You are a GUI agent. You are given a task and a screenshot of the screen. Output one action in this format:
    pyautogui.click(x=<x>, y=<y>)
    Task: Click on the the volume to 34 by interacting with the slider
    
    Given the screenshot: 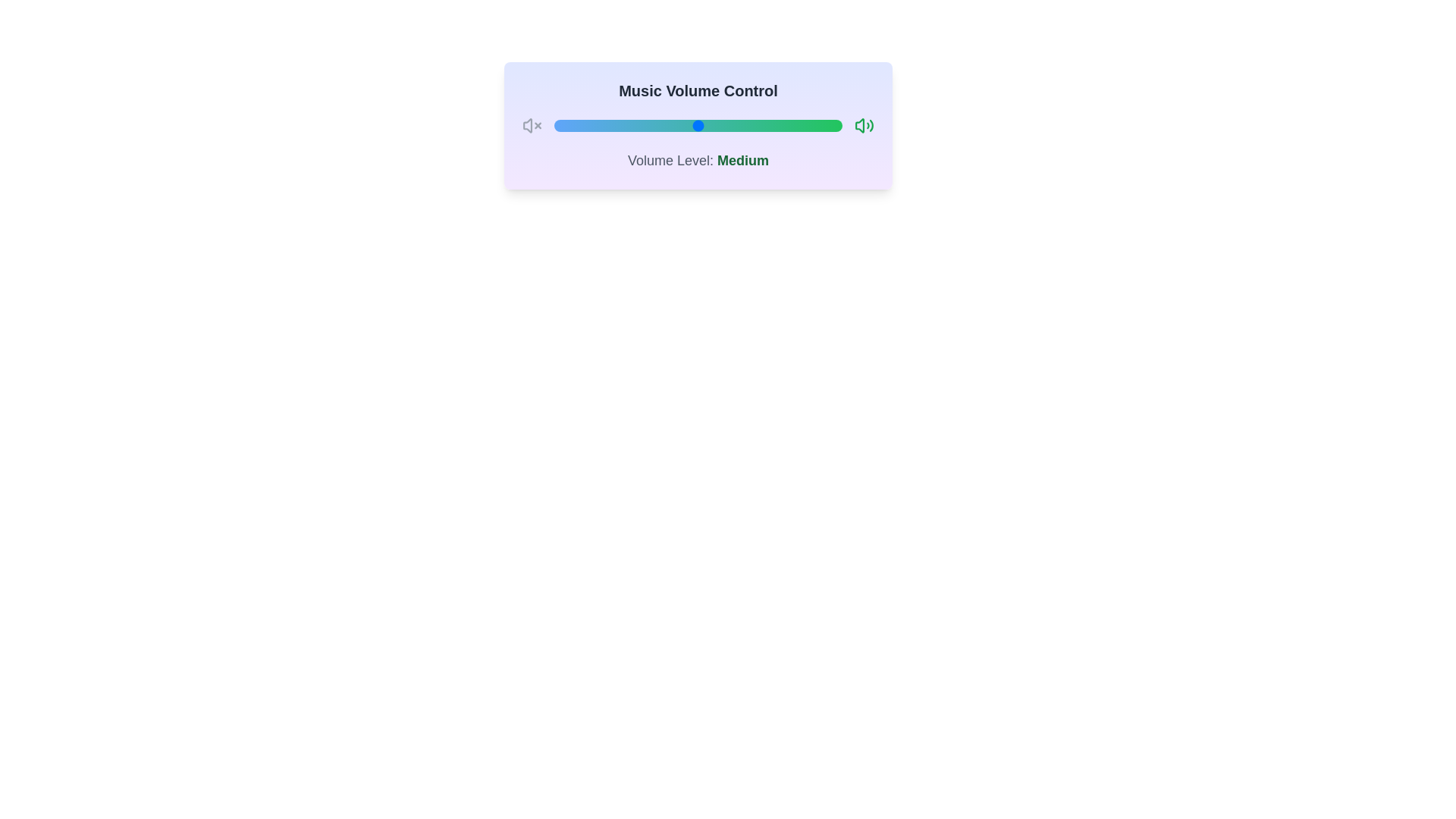 What is the action you would take?
    pyautogui.click(x=652, y=124)
    